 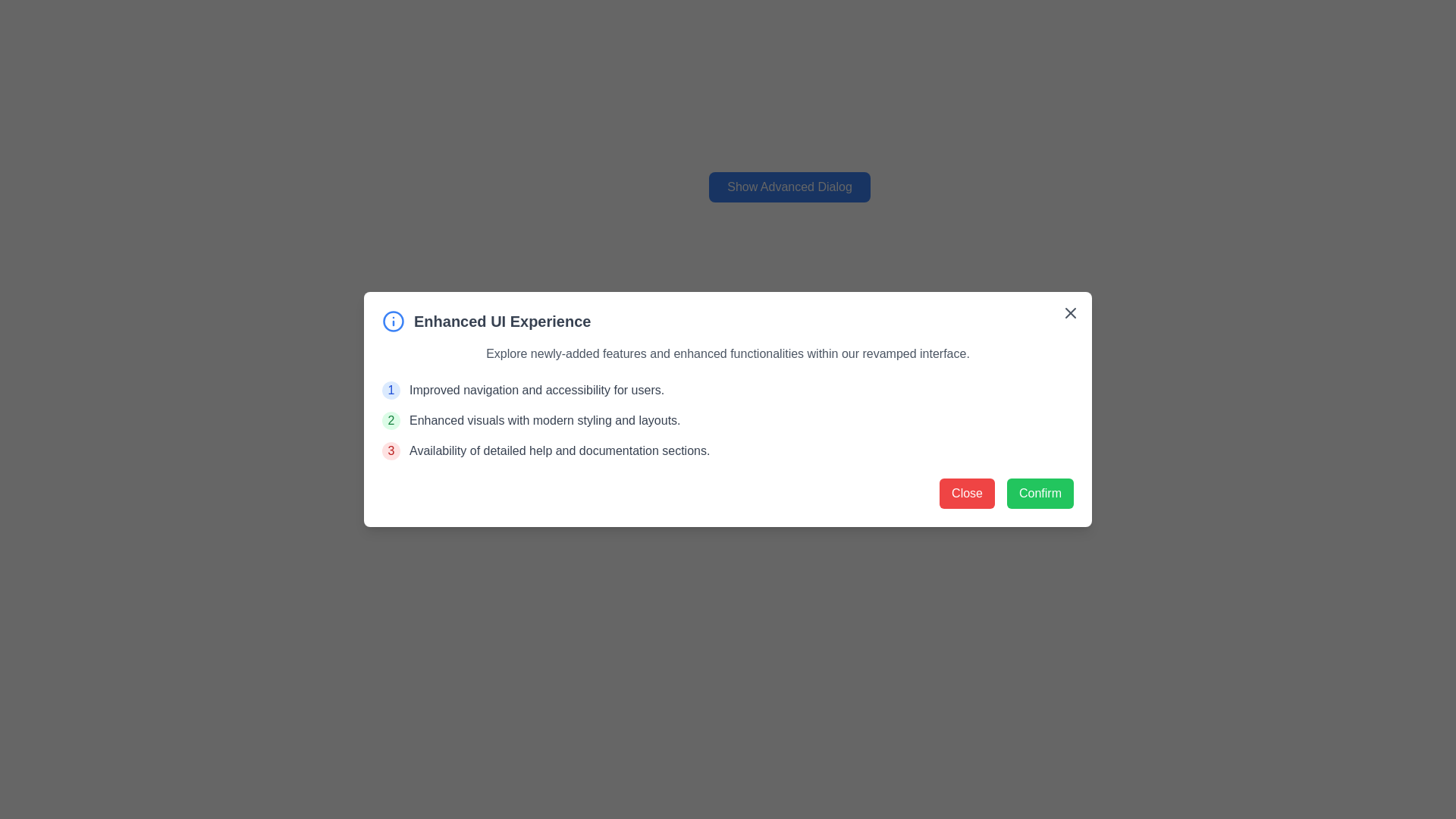 What do you see at coordinates (391, 390) in the screenshot?
I see `the small blue circle indicator with the text symbol '1' that precedes the description 'Improved navigation and accessibility for users.'` at bounding box center [391, 390].